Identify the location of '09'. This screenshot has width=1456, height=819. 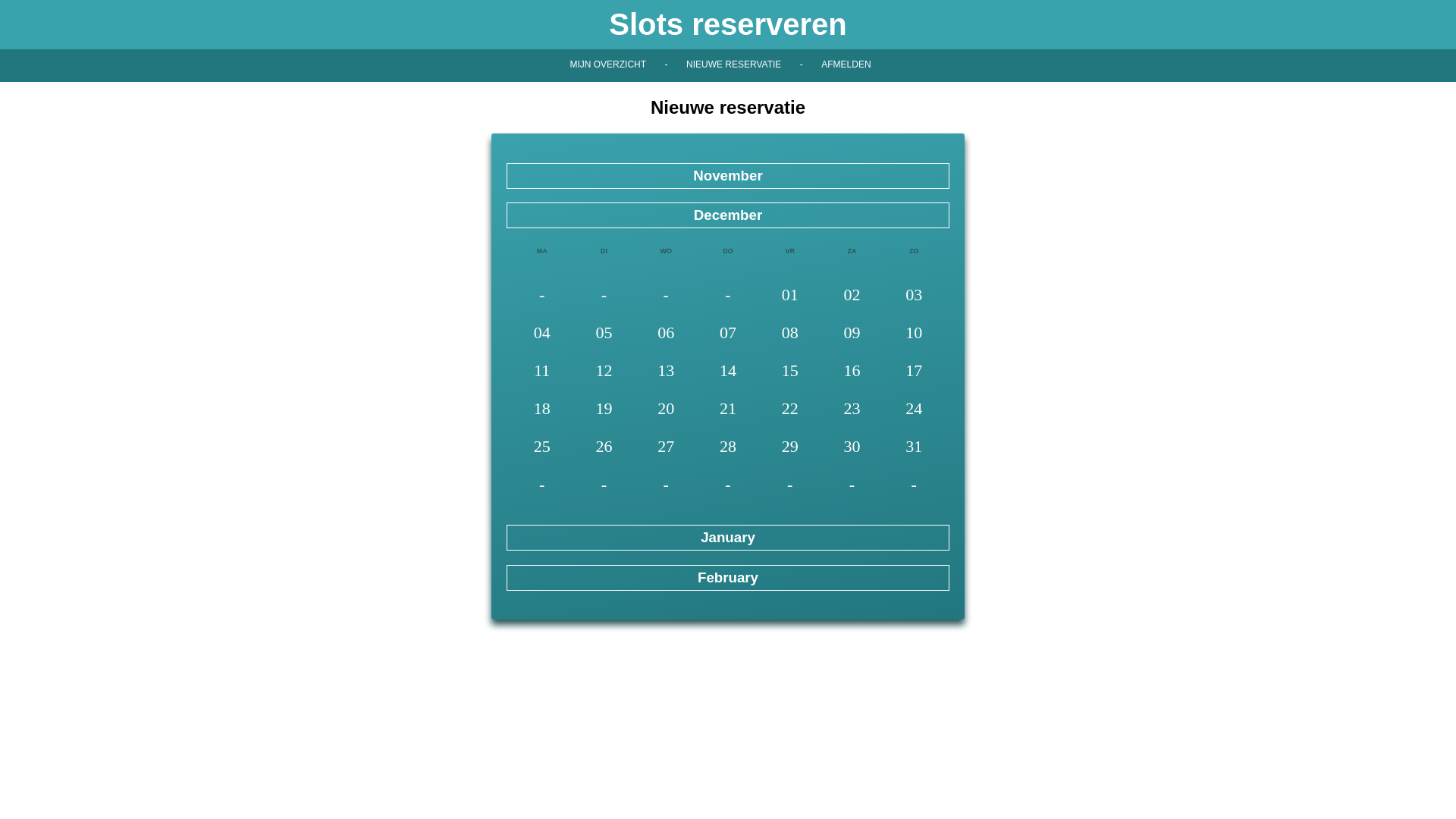
(852, 333).